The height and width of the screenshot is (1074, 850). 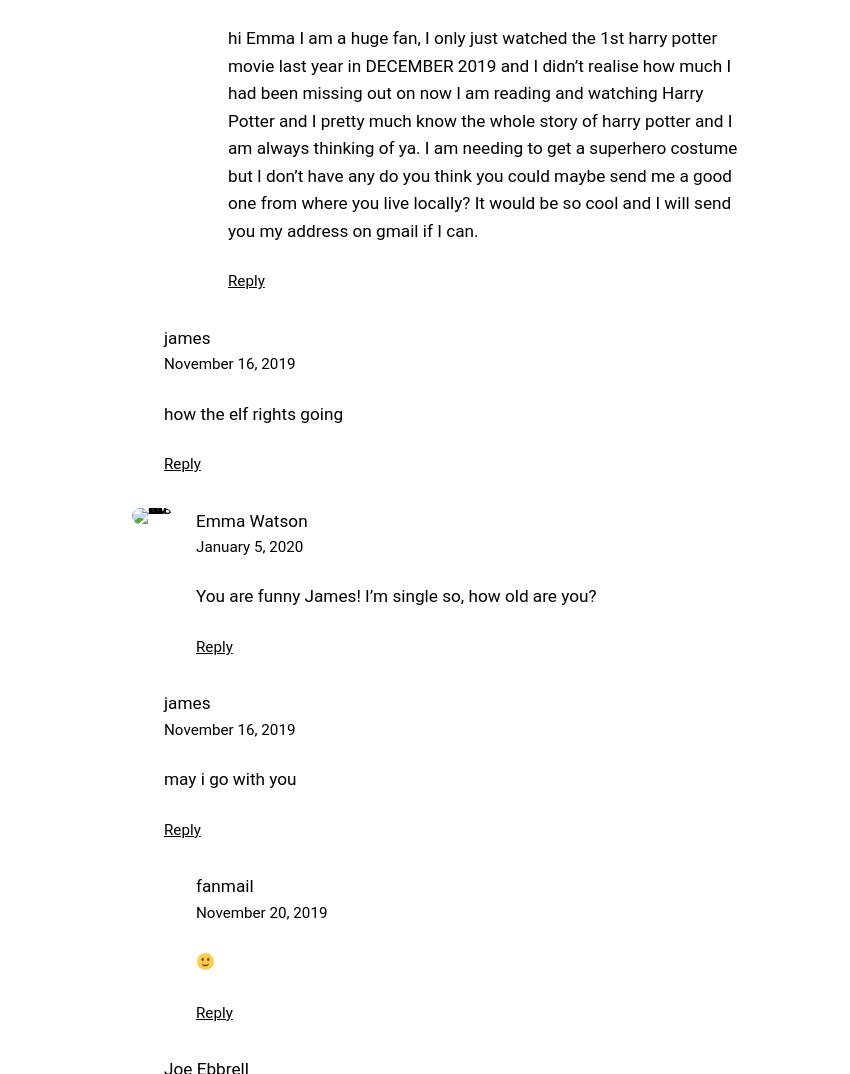 I want to click on 'fanmail', so click(x=224, y=885).